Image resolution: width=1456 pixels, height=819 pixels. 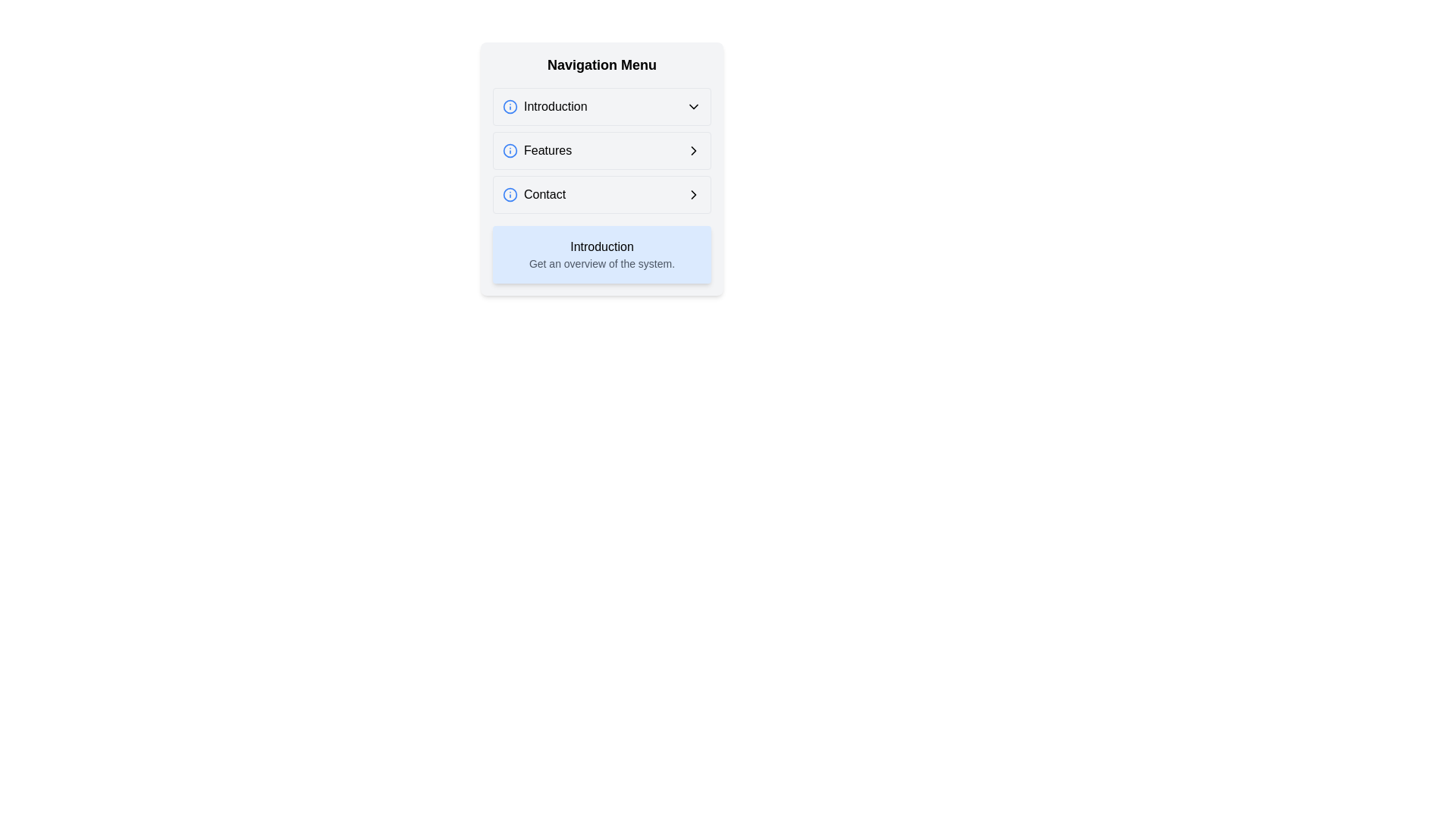 I want to click on the second menu item in the Navigation Menu, which is located between 'Introduction' and 'Contact', so click(x=601, y=151).